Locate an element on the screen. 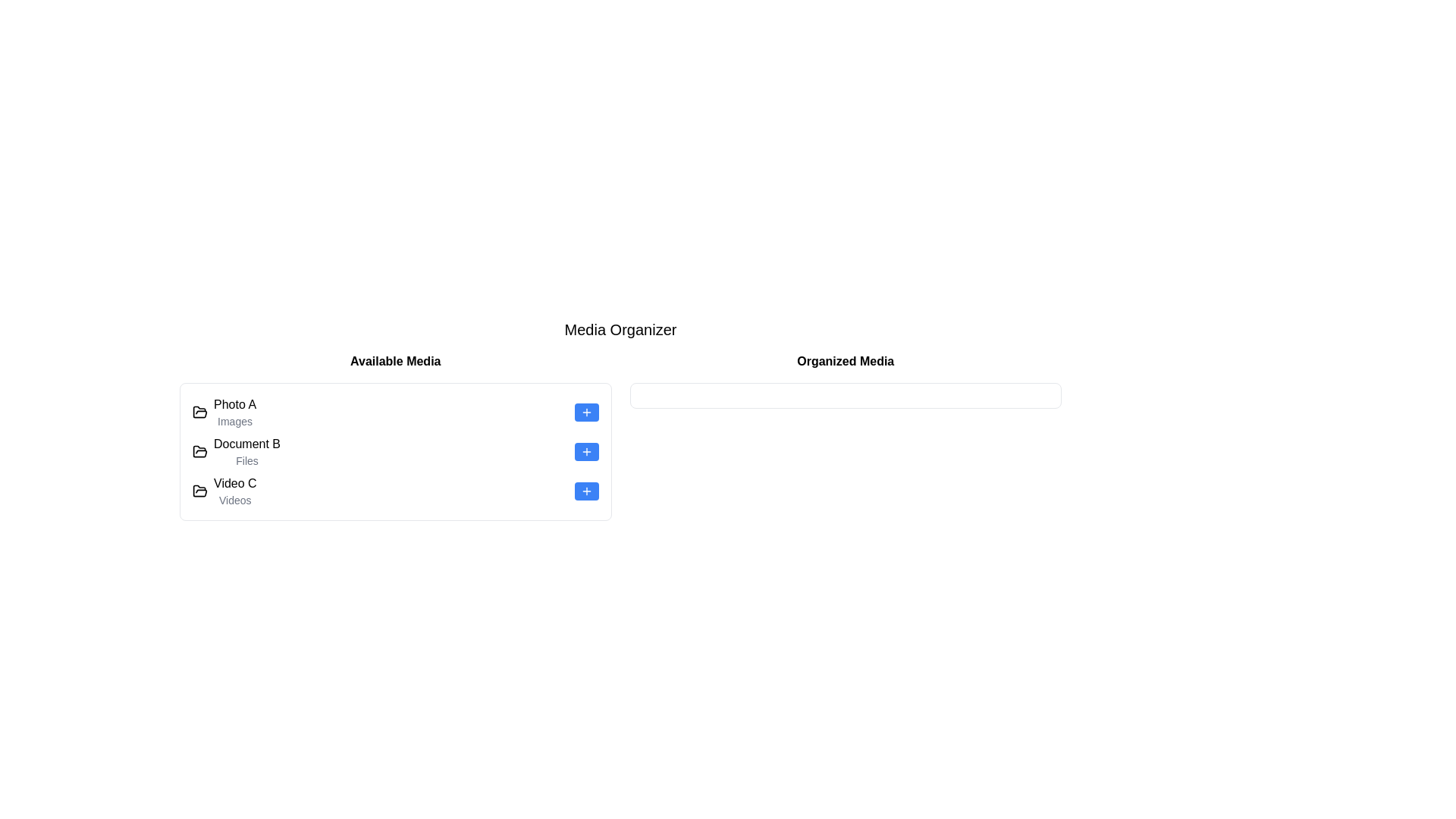  the Label with the folder icon representing 'Document B' in the 'Available Media' section, which is the second item in the vertical list of media categories is located at coordinates (236, 451).